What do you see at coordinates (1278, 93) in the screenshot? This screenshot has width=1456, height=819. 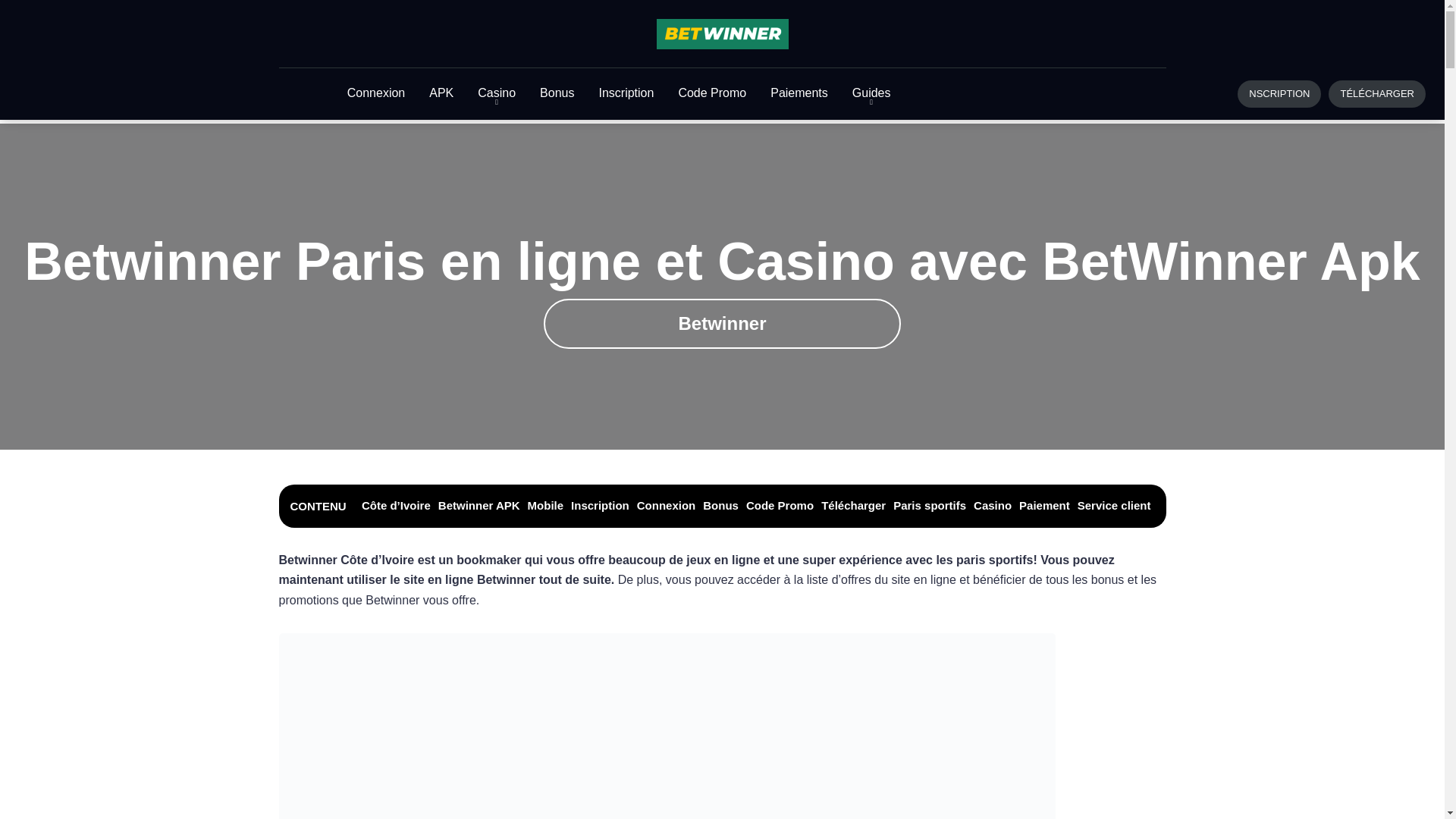 I see `'NSCRIPTION'` at bounding box center [1278, 93].